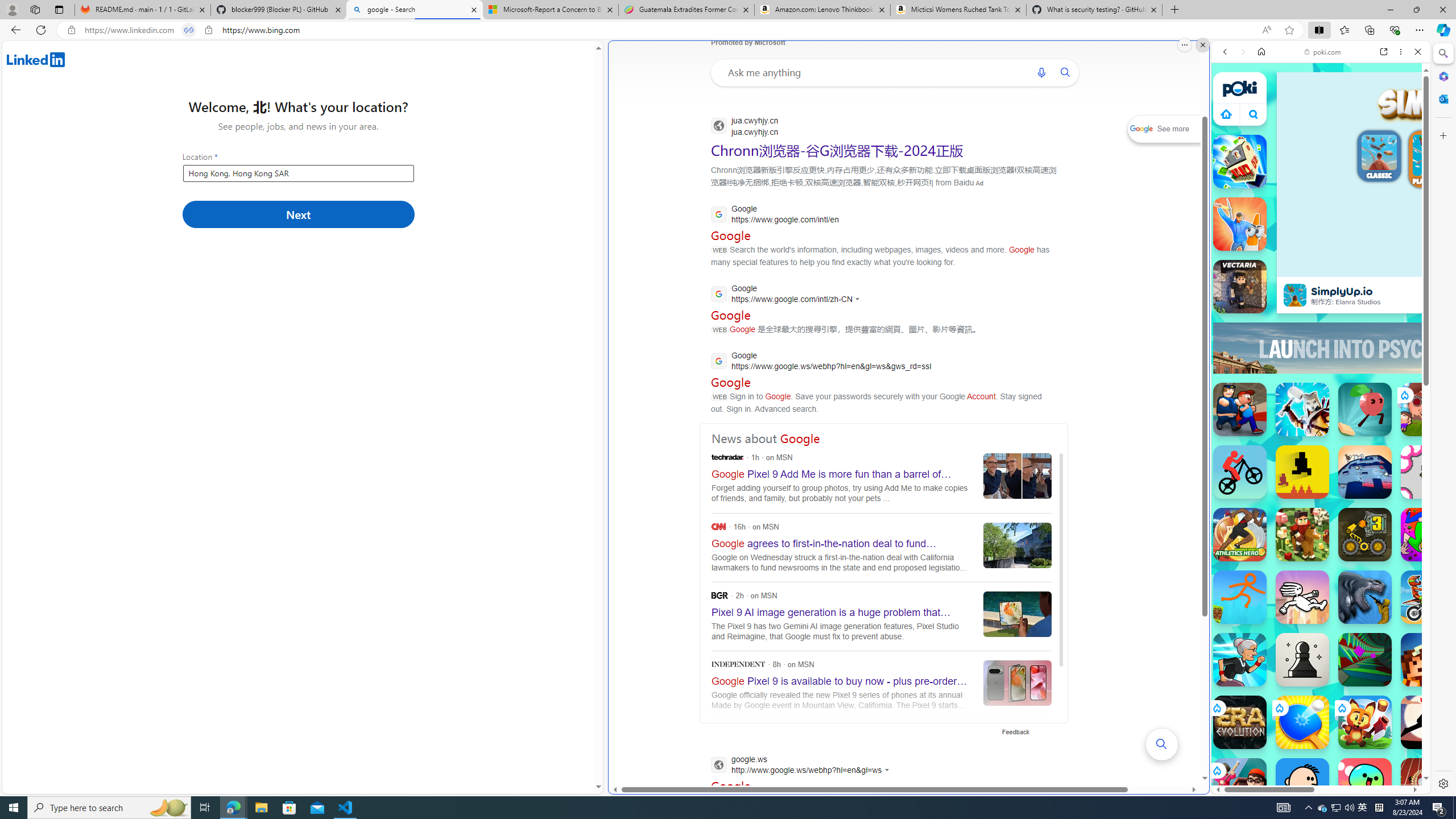 The image size is (1456, 819). Describe the element at coordinates (1428, 533) in the screenshot. I see `'JollyWorld JollyWorld'` at that location.